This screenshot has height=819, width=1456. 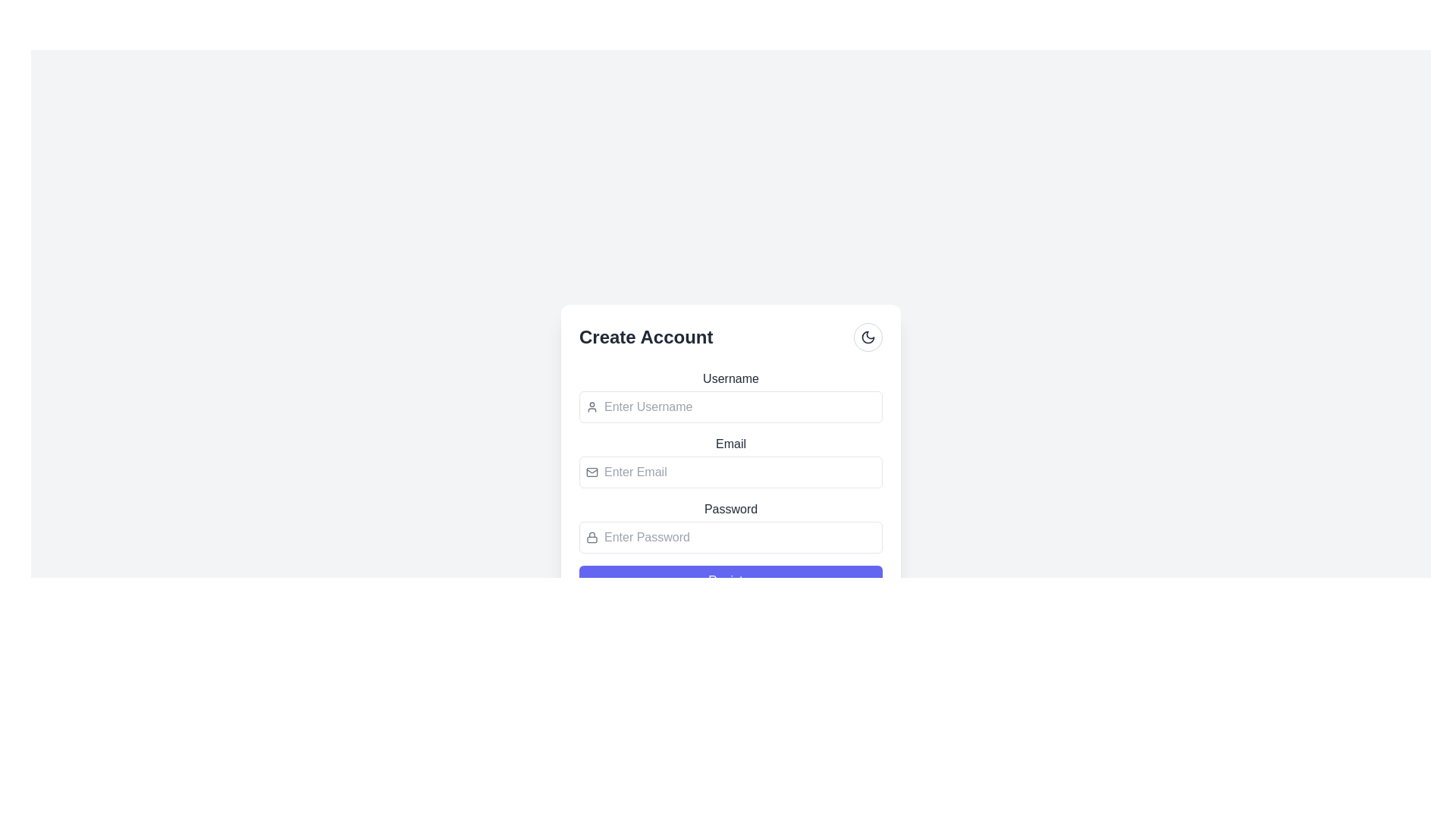 What do you see at coordinates (868, 336) in the screenshot?
I see `the theme toggle button, which is positioned to the far right of the 'Create Account' text` at bounding box center [868, 336].